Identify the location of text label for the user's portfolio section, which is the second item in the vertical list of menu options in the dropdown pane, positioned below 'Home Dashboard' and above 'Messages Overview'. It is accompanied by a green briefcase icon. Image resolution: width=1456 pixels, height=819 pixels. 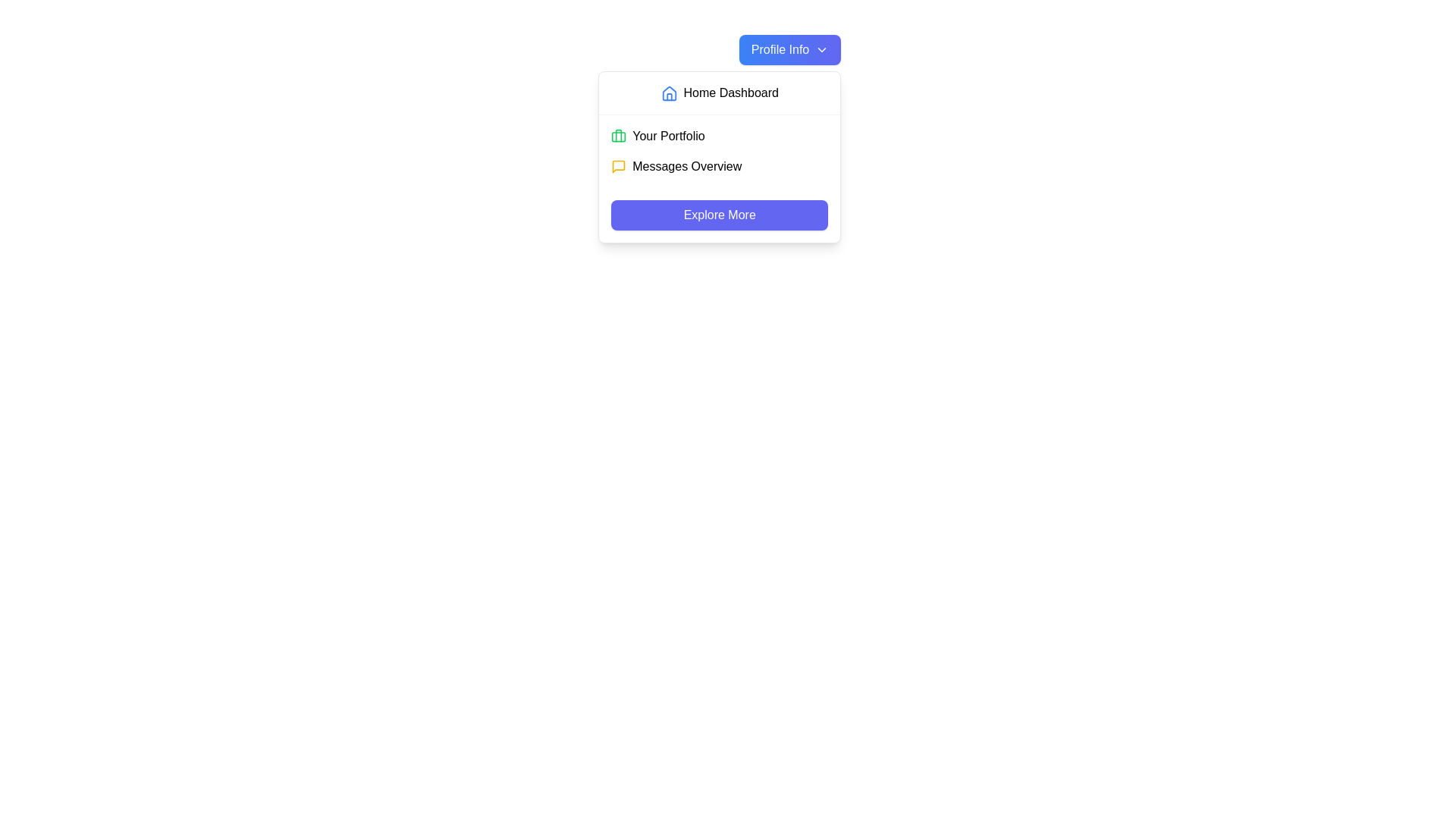
(668, 136).